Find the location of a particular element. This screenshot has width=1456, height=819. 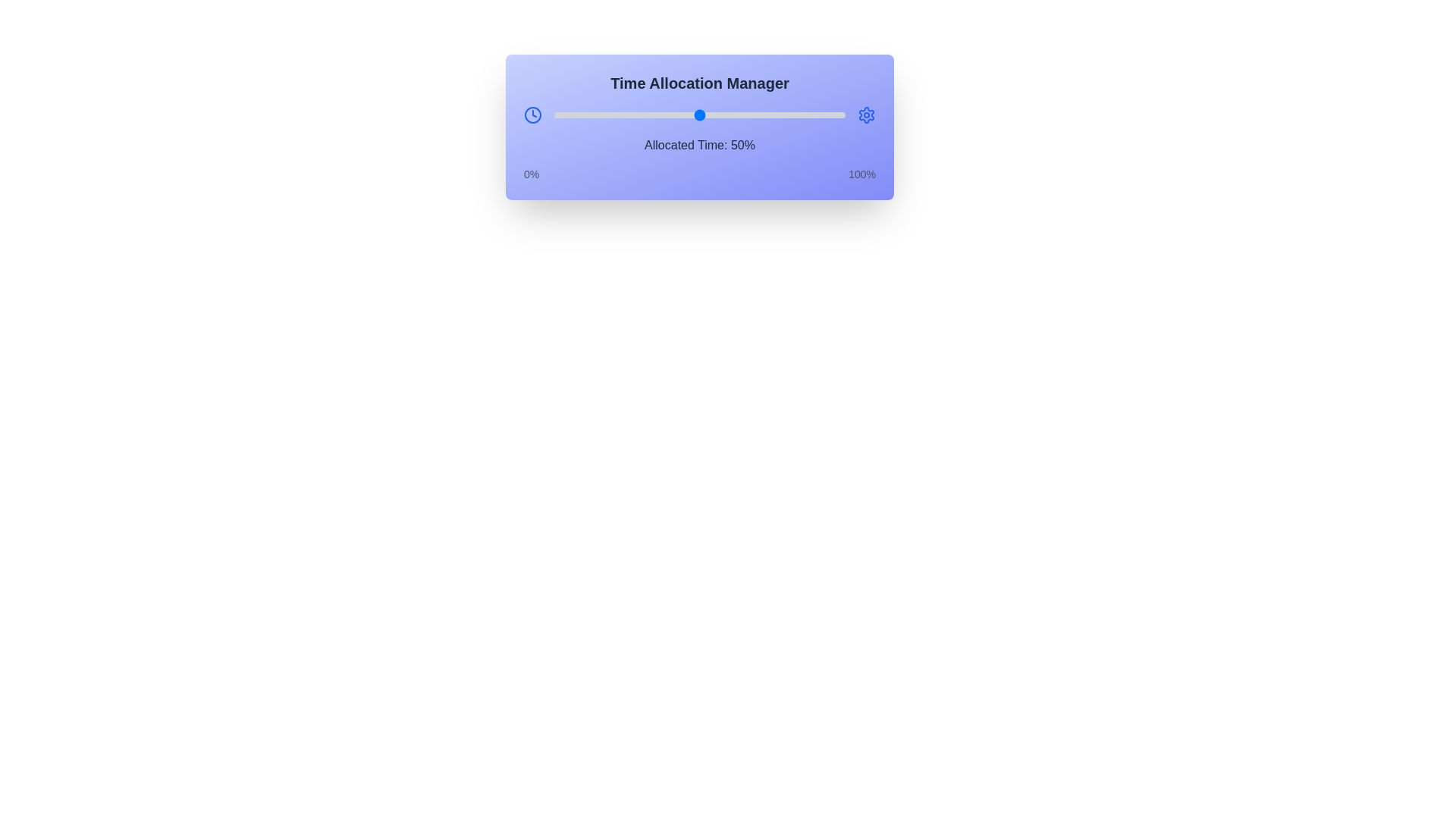

the slider to set the allocated time to 51% is located at coordinates (701, 114).